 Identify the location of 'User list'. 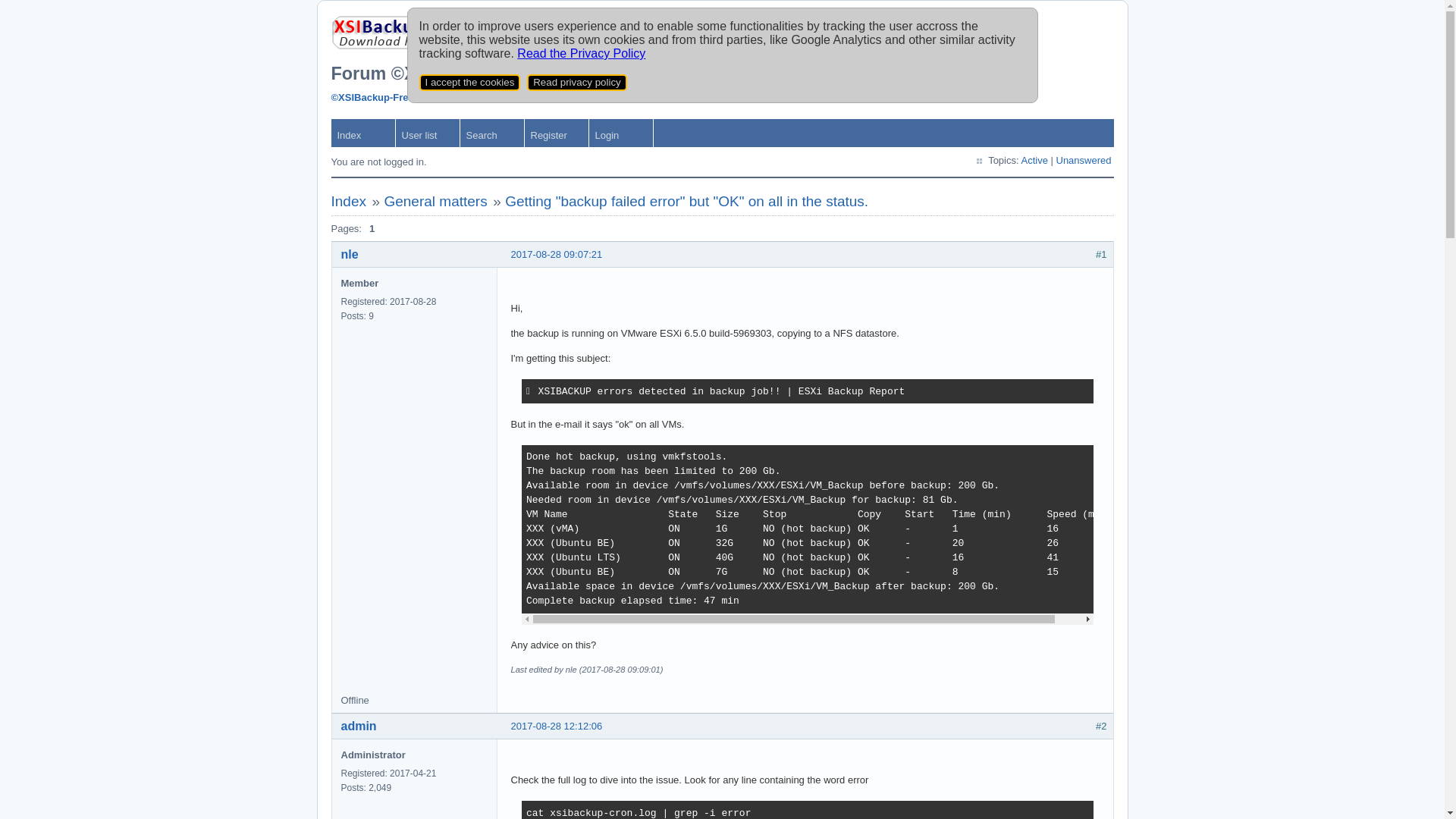
(427, 132).